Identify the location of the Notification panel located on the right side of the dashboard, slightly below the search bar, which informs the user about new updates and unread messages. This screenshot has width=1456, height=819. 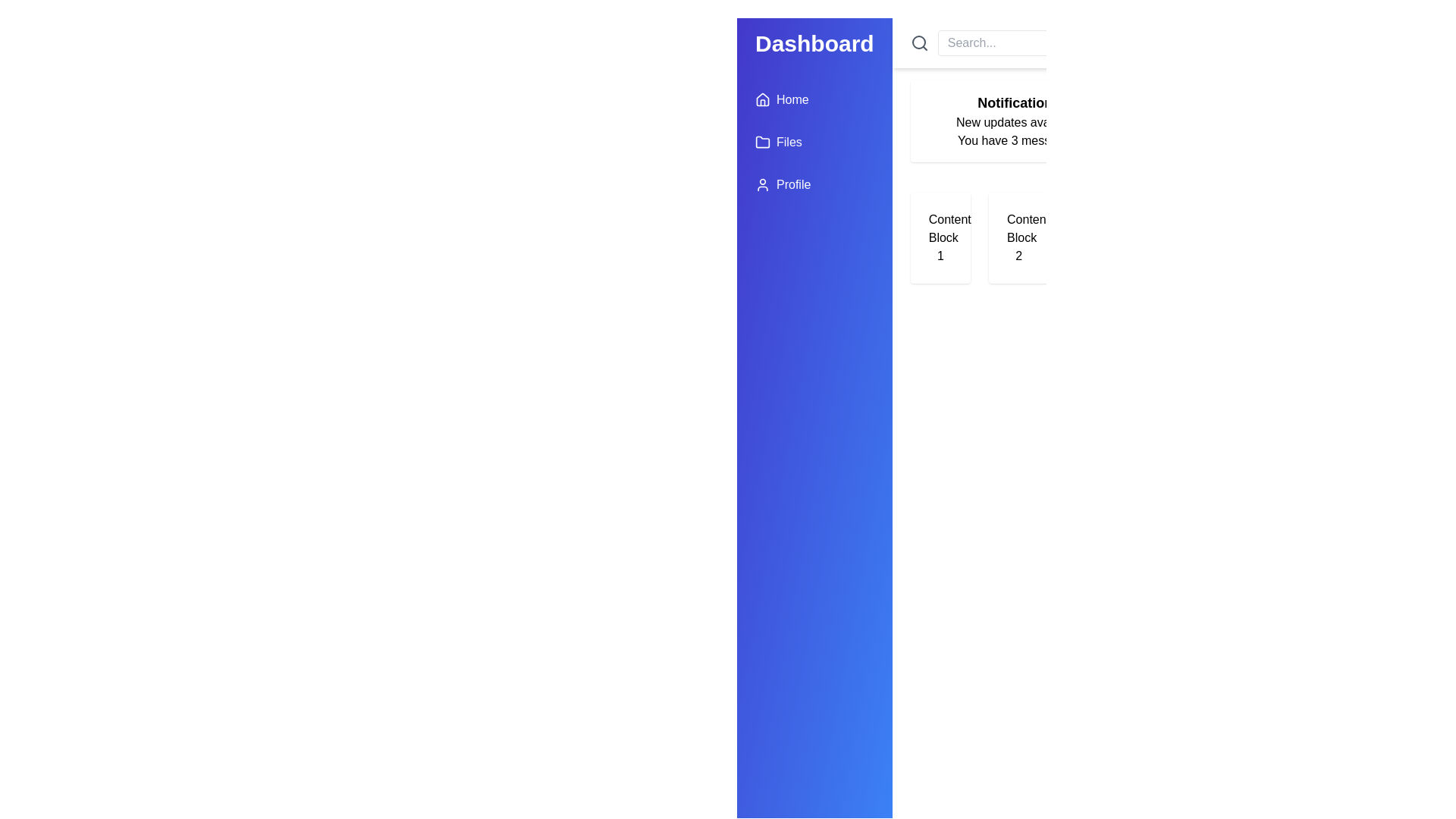
(1018, 120).